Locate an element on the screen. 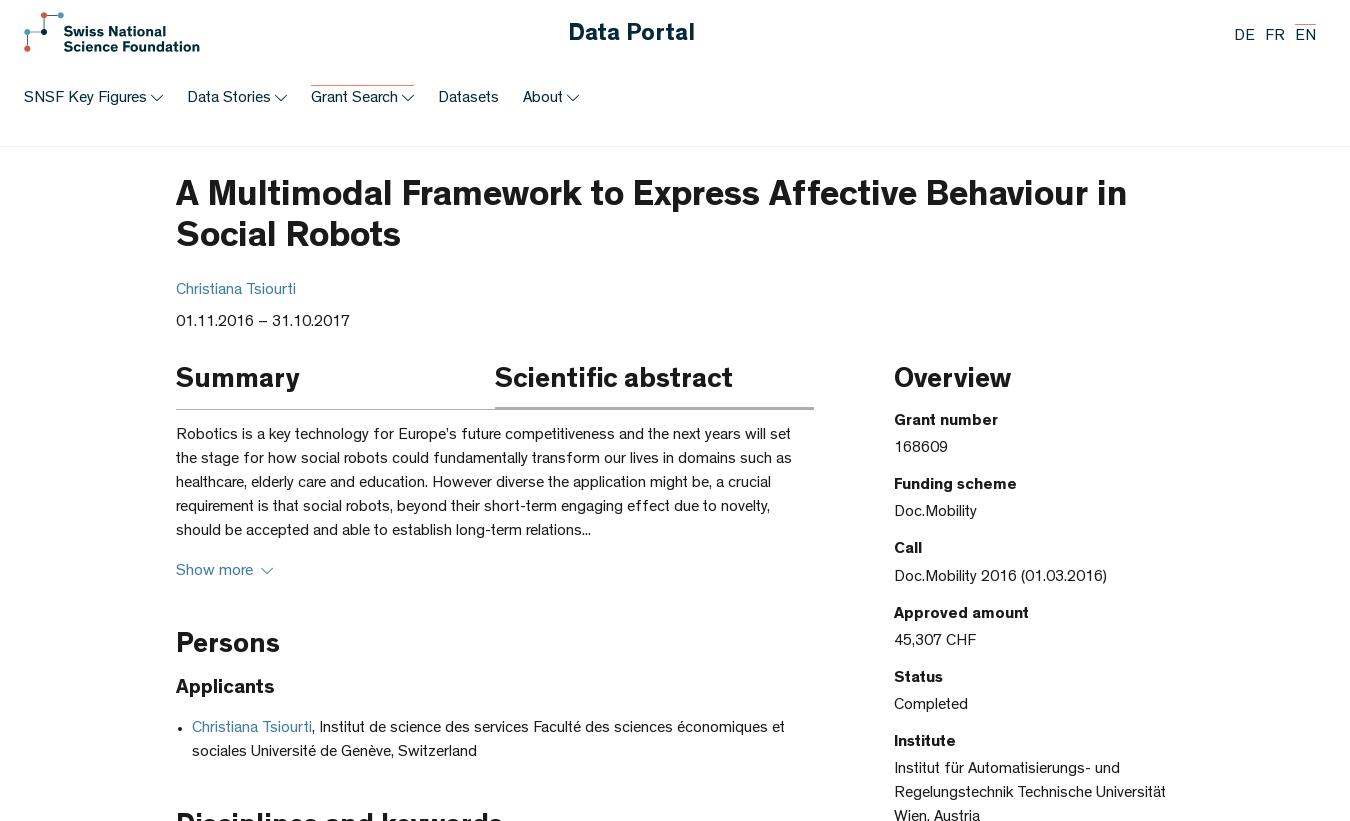 The image size is (1350, 821). 'Scientific abstract' is located at coordinates (613, 381).